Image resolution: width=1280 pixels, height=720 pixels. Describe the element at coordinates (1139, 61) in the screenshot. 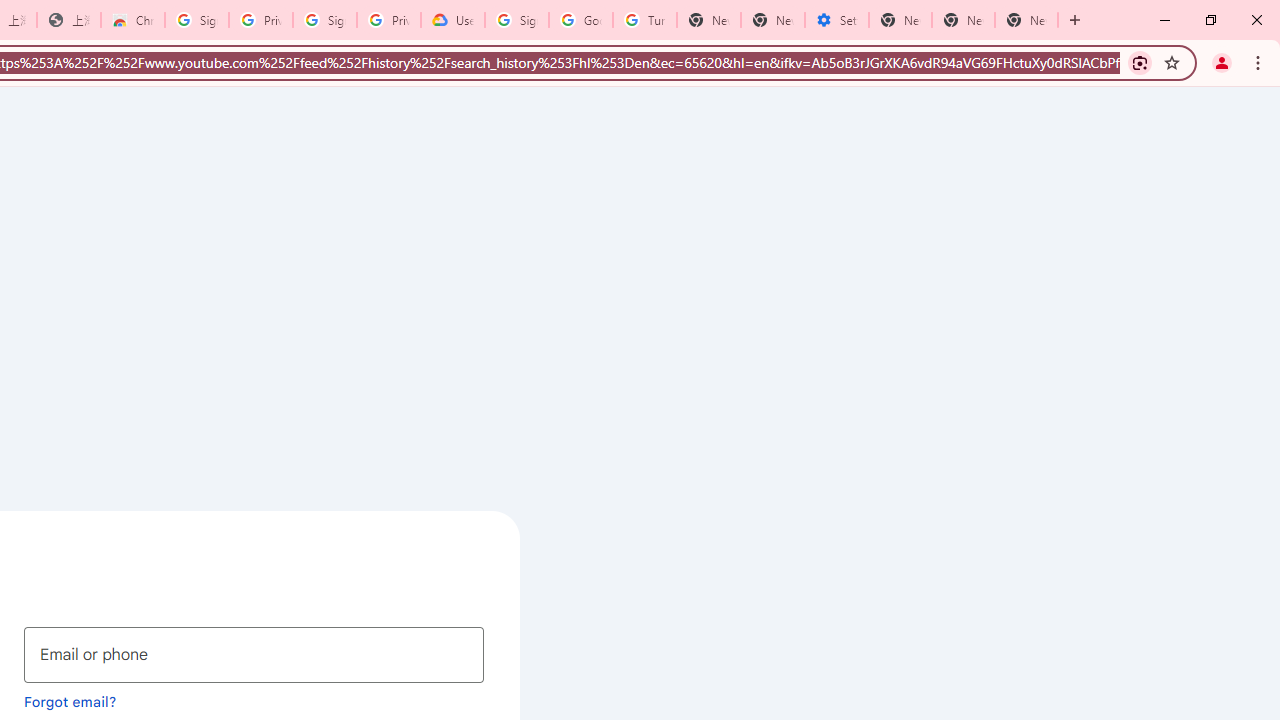

I see `'Search with Google Lens'` at that location.